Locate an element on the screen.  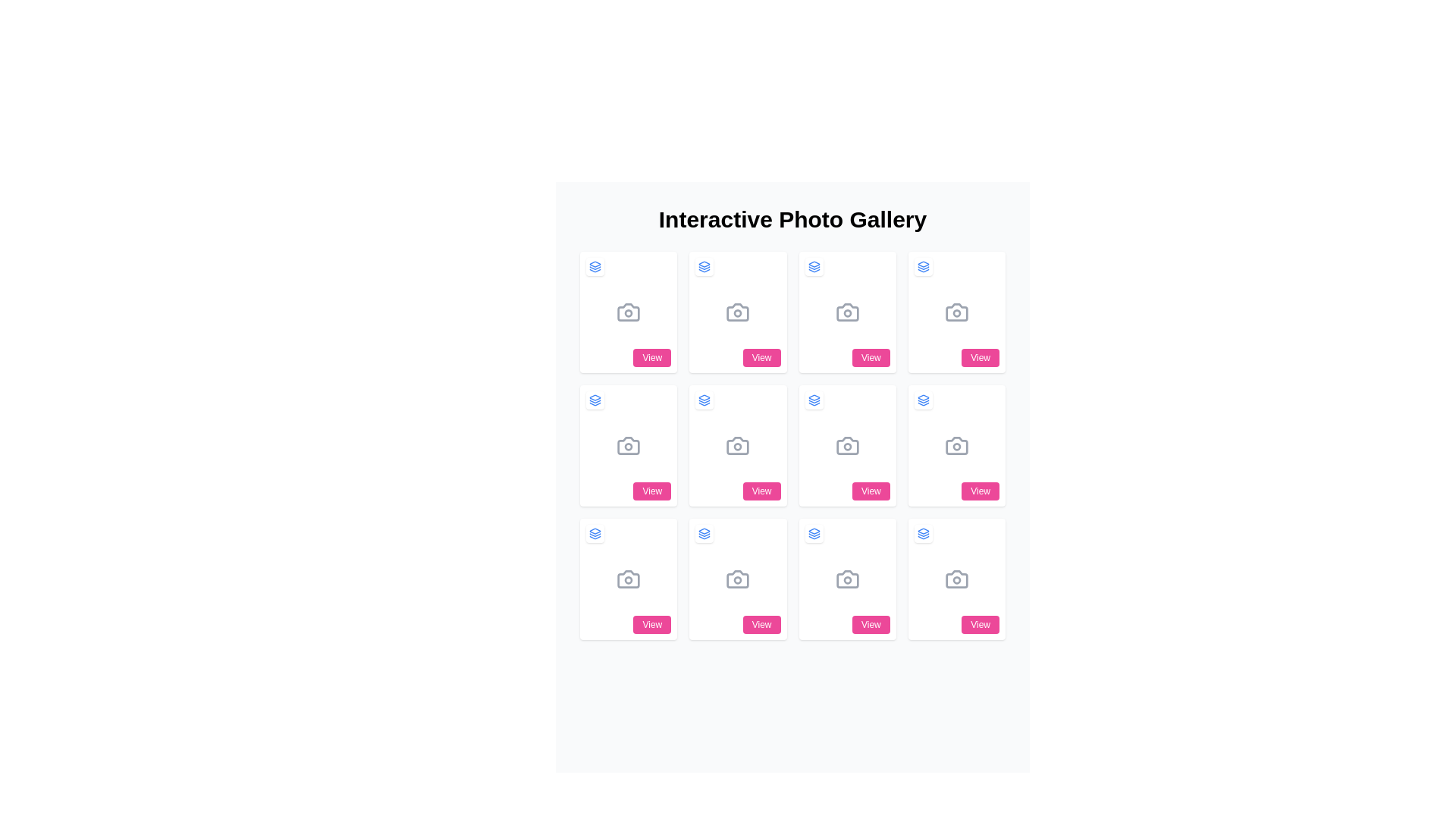
the photo or camera-related feature icon located in the lower-right section of the bottom-center card of the gallery is located at coordinates (846, 579).